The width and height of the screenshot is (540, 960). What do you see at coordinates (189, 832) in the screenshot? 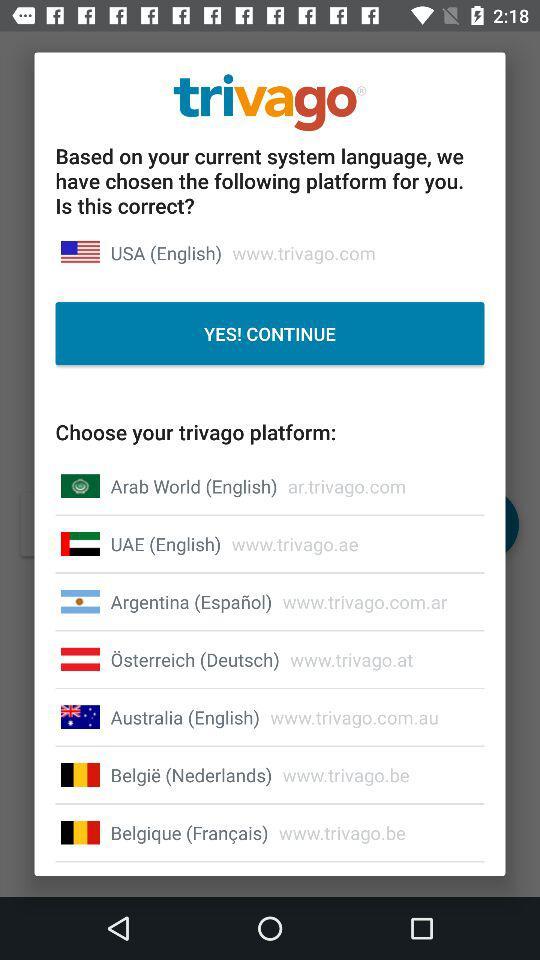
I see `the icon to the left of www.trivago.be icon` at bounding box center [189, 832].